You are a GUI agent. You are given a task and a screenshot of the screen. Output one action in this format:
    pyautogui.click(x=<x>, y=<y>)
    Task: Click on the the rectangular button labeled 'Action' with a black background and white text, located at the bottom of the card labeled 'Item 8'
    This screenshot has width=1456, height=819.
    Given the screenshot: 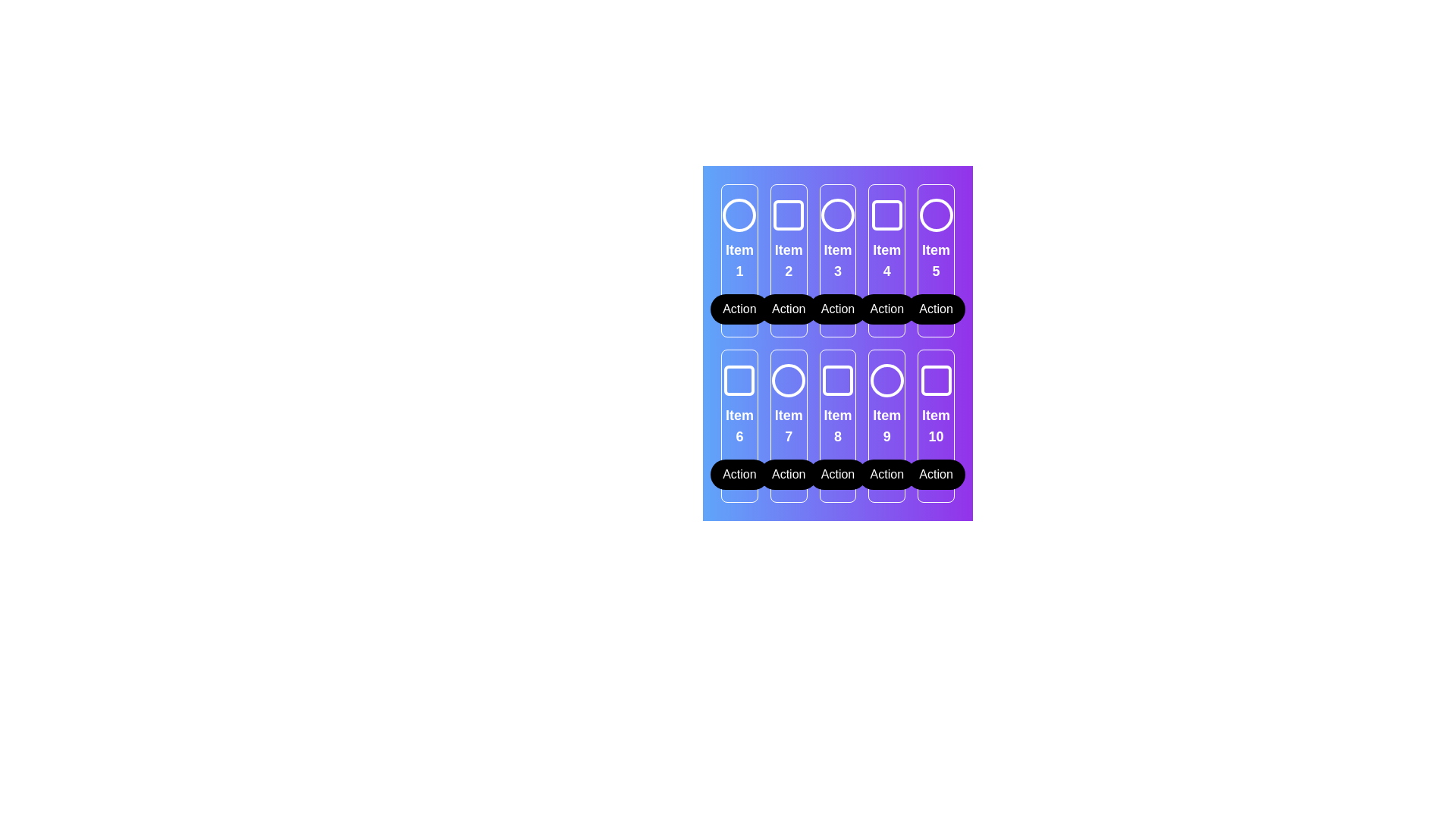 What is the action you would take?
    pyautogui.click(x=836, y=473)
    